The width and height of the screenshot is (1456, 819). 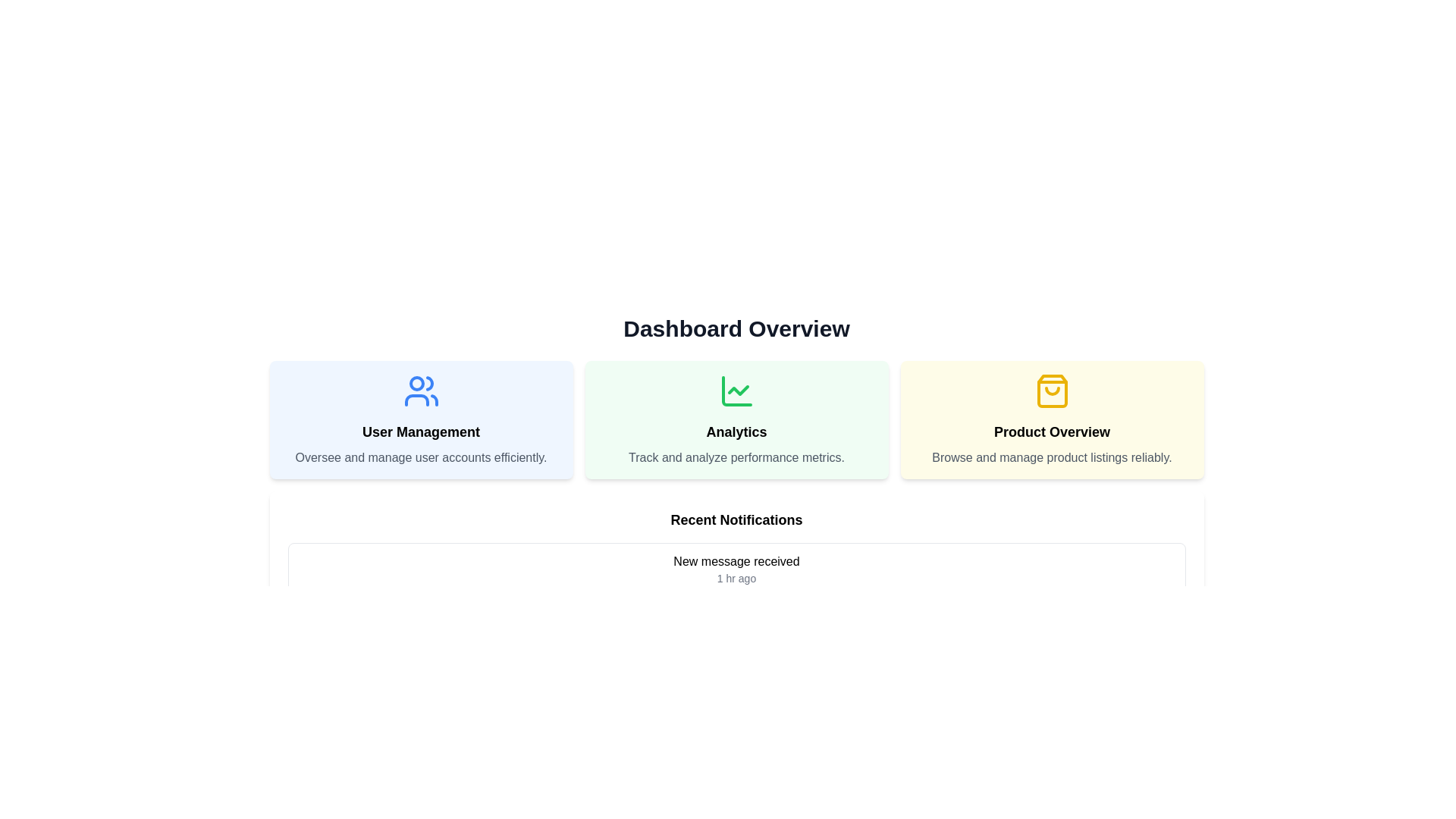 I want to click on the text element that contains 'Track and analyze performance metrics.' which is styled with a gray font color and part of the 'Analytics' section, so click(x=736, y=457).